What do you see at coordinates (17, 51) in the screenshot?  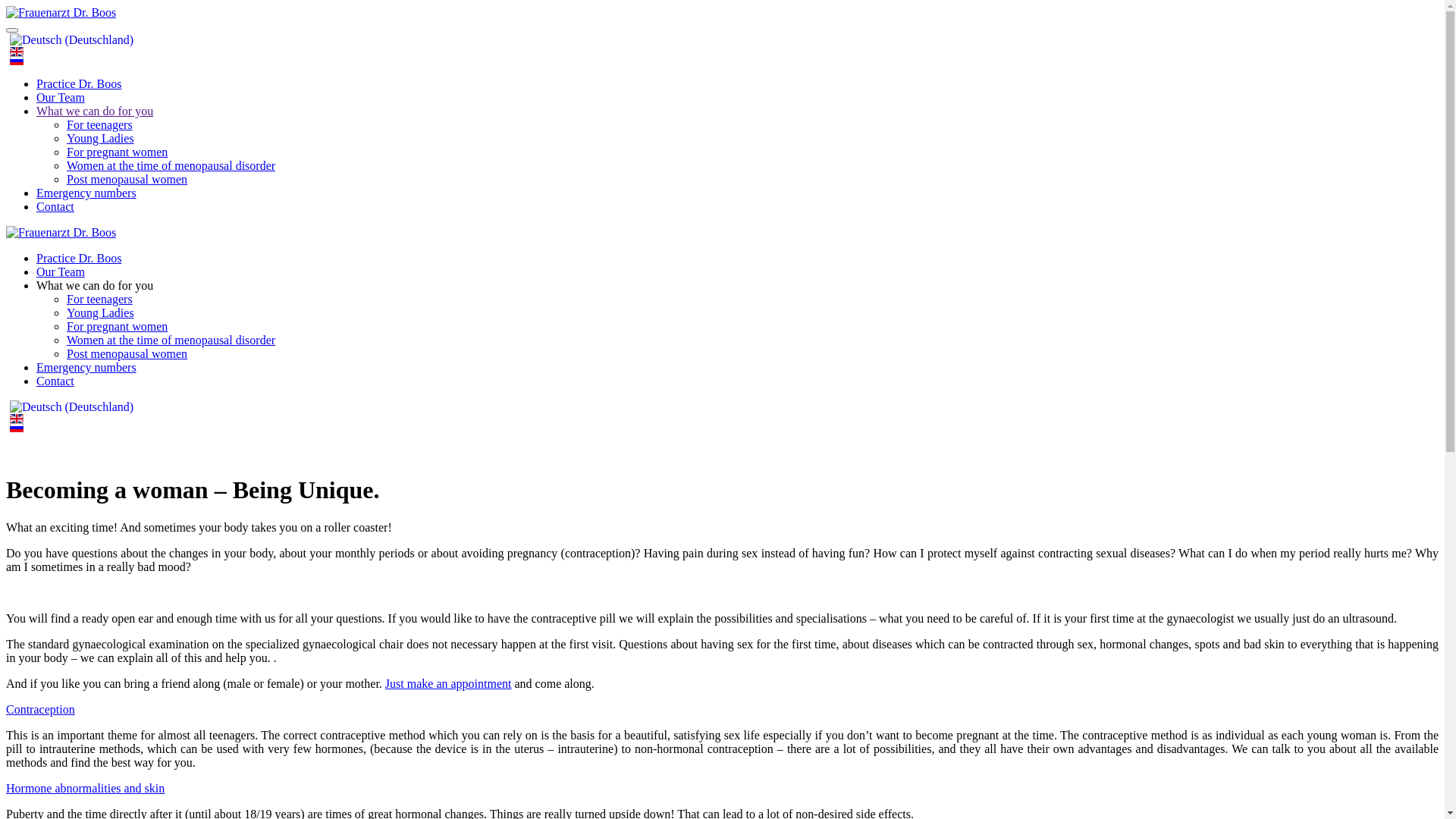 I see `'English (United Kingdom)'` at bounding box center [17, 51].